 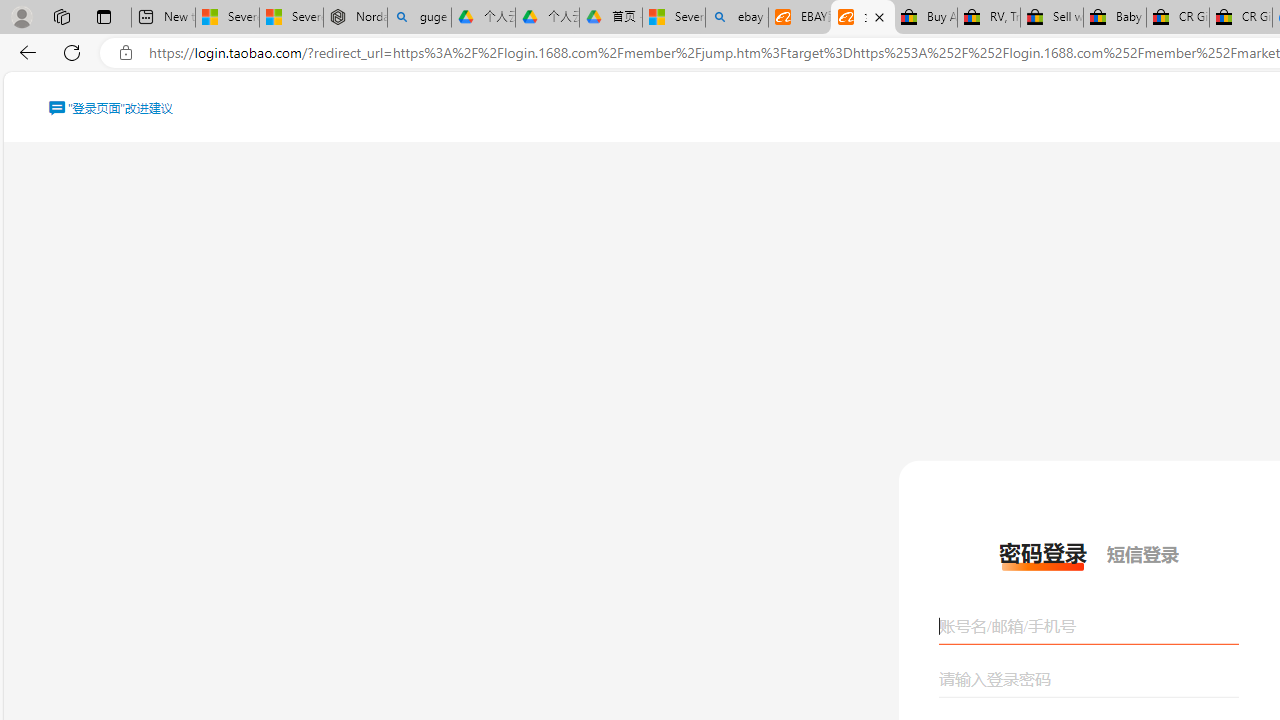 What do you see at coordinates (125, 52) in the screenshot?
I see `'View site information'` at bounding box center [125, 52].